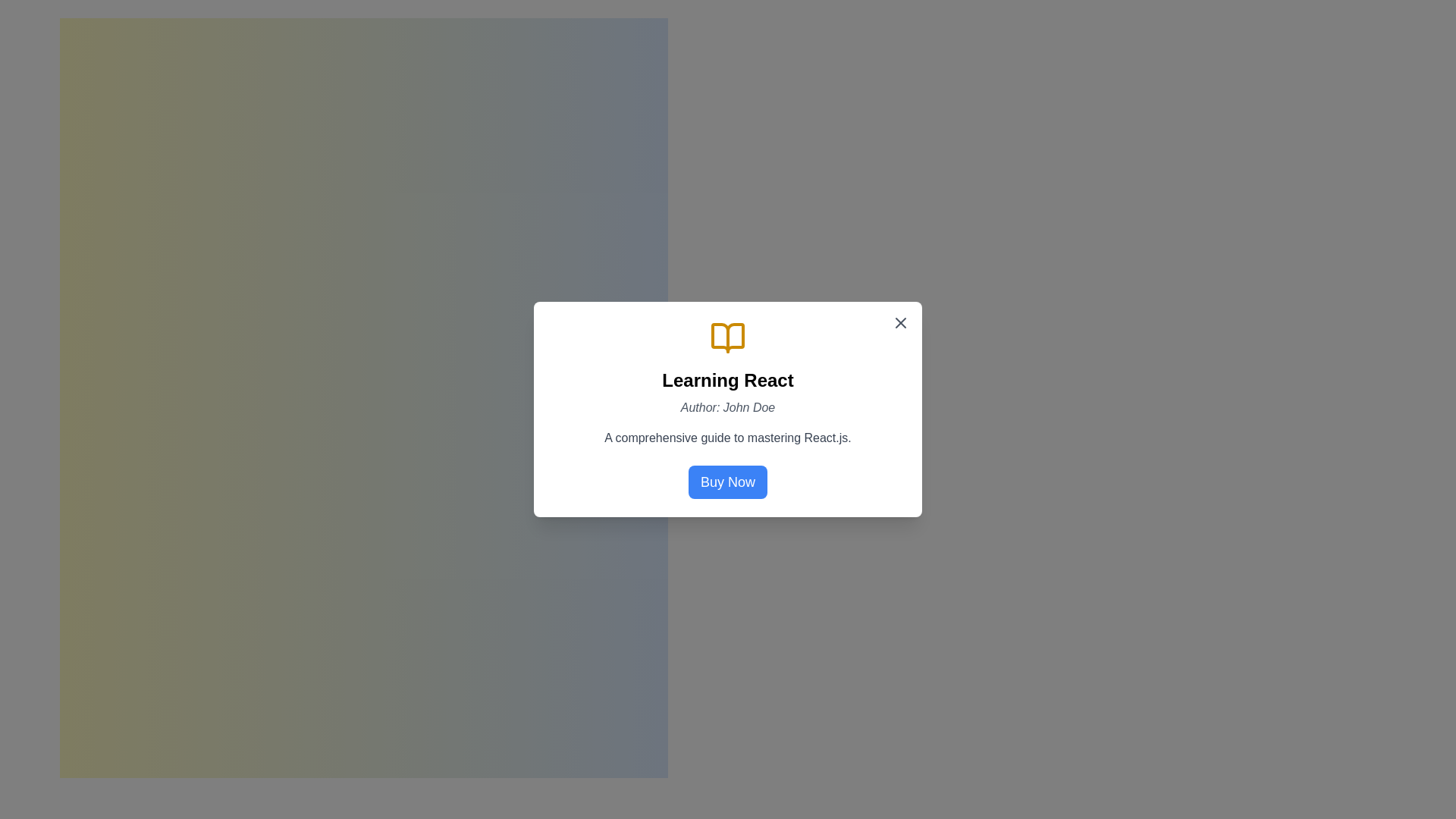 Image resolution: width=1456 pixels, height=819 pixels. What do you see at coordinates (728, 438) in the screenshot?
I see `the text element displaying the phrase 'A comprehensive guide to mastering React.js.' which is centrally aligned and located below the author information` at bounding box center [728, 438].